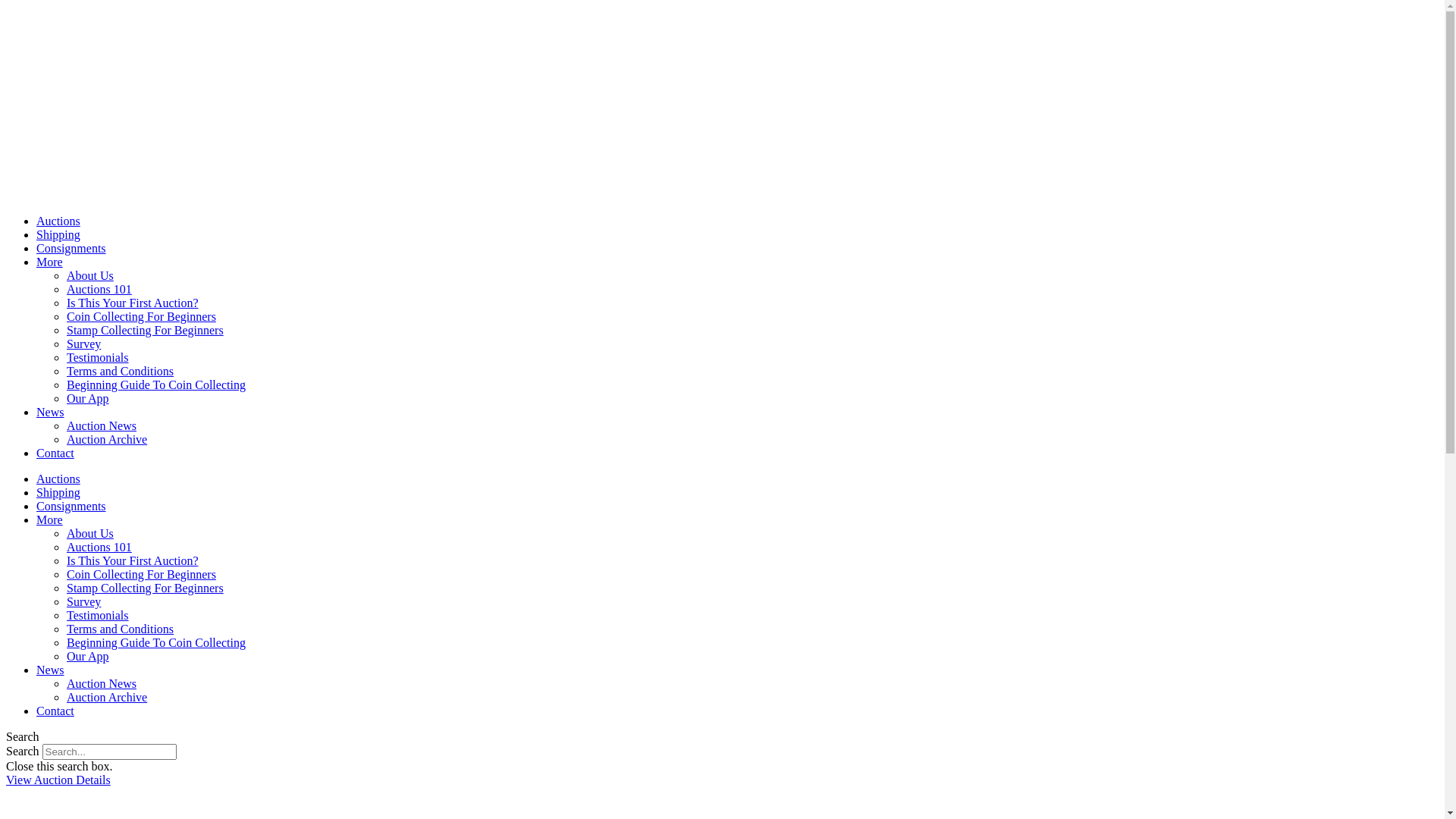  Describe the element at coordinates (65, 371) in the screenshot. I see `'Terms and Conditions'` at that location.